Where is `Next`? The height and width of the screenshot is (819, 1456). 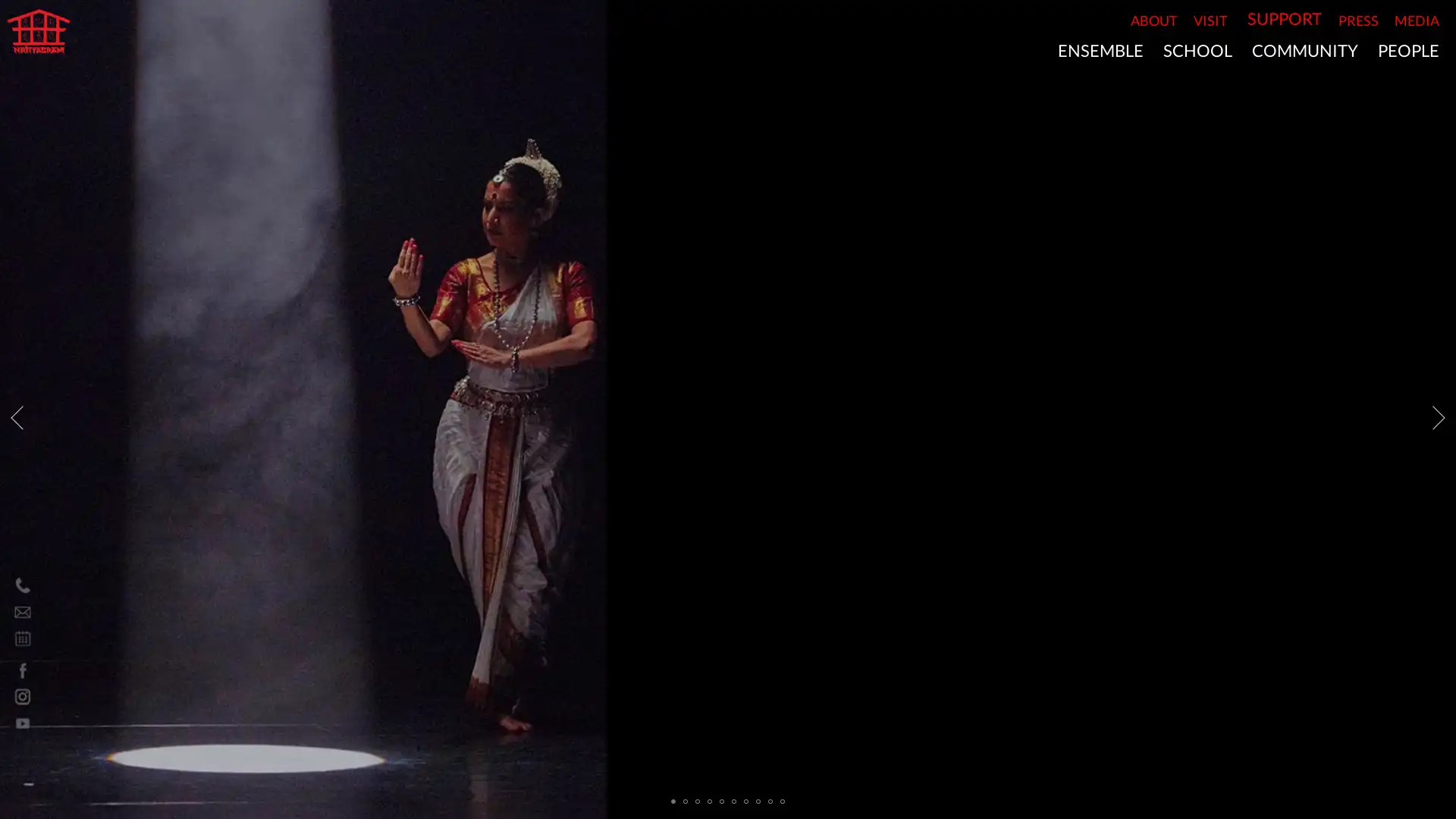
Next is located at coordinates (1432, 417).